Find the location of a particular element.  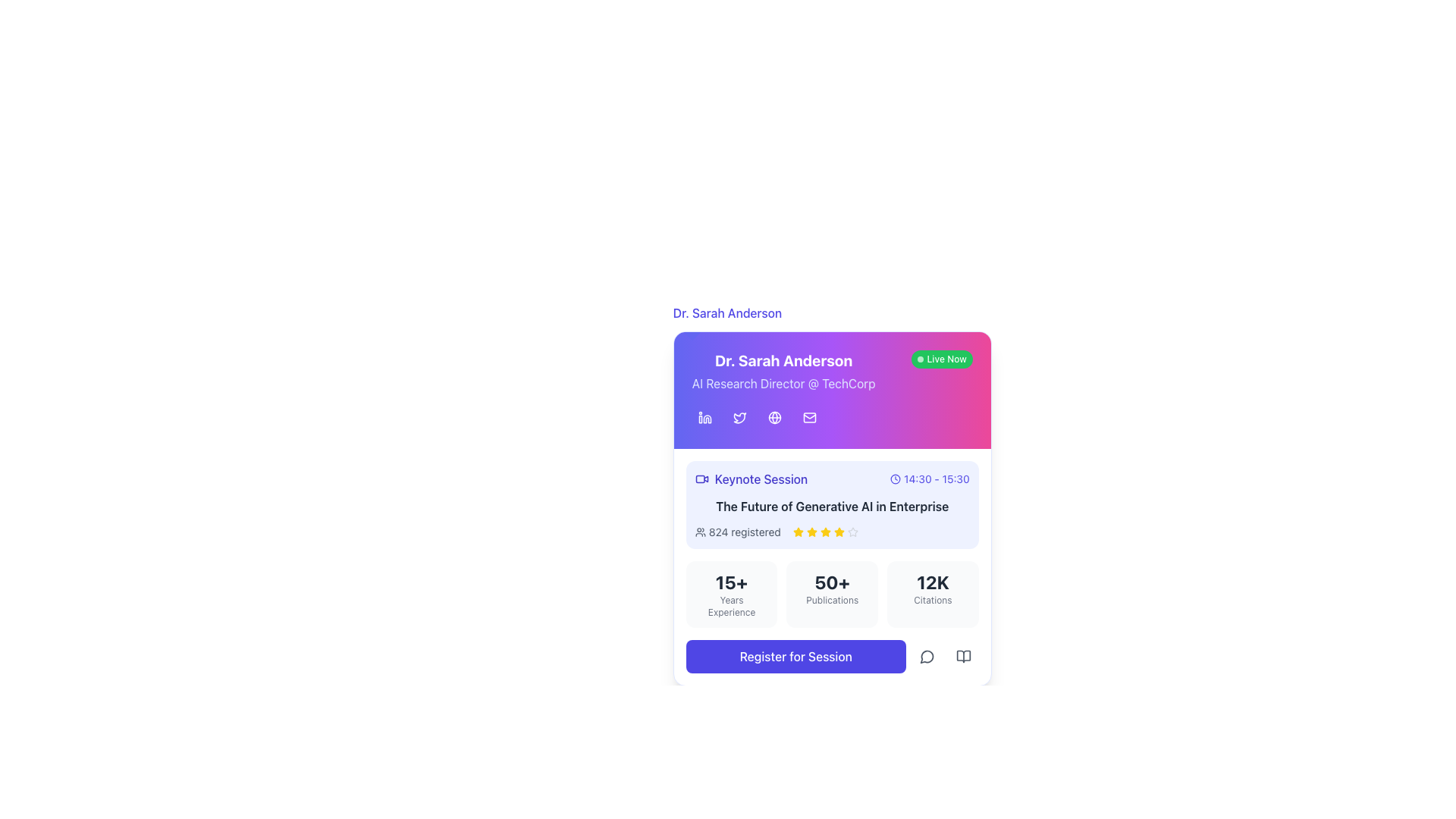

the icon in the bottom-right area of the card interface is located at coordinates (962, 656).